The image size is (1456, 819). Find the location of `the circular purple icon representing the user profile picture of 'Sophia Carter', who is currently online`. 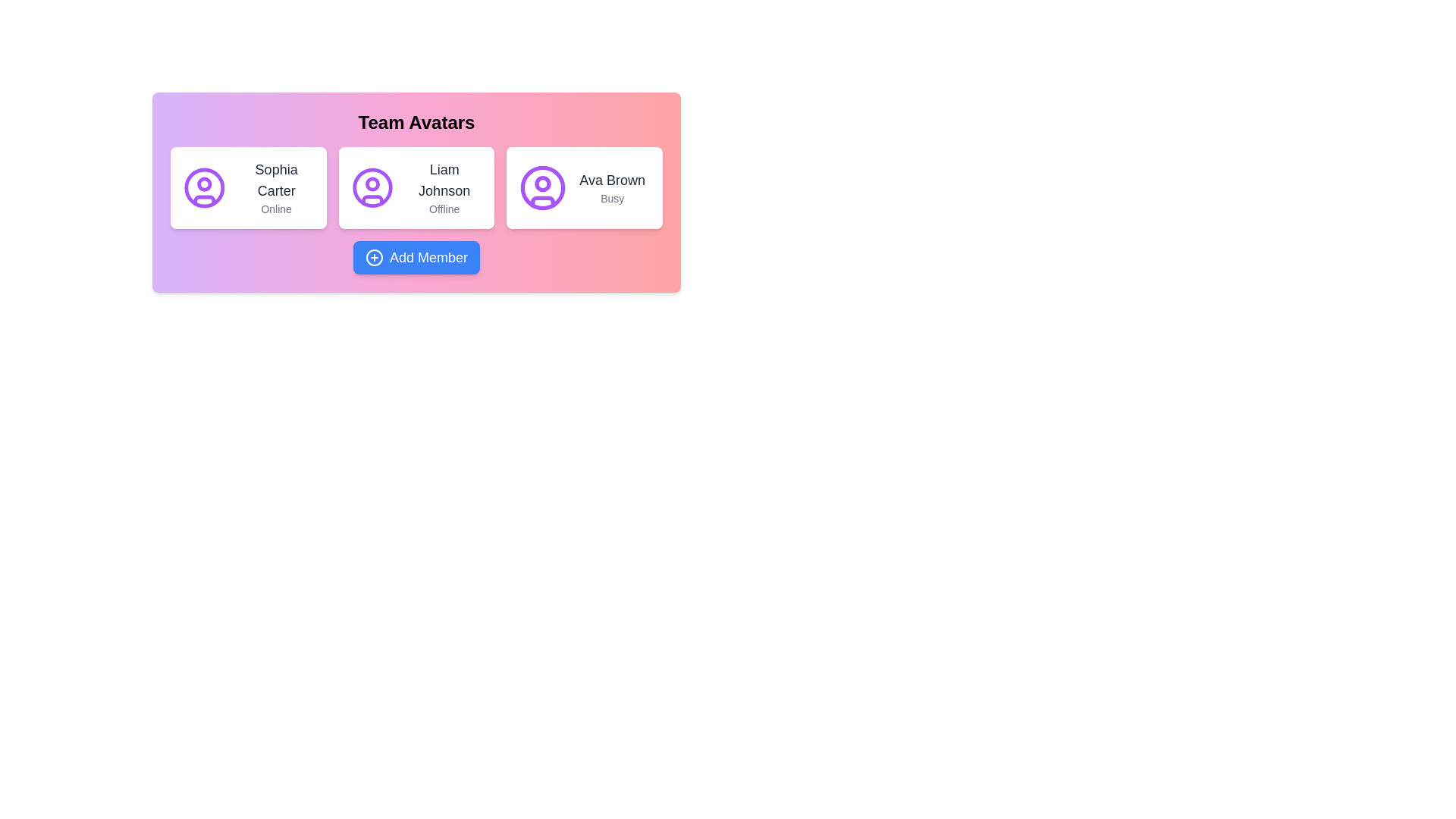

the circular purple icon representing the user profile picture of 'Sophia Carter', who is currently online is located at coordinates (203, 187).